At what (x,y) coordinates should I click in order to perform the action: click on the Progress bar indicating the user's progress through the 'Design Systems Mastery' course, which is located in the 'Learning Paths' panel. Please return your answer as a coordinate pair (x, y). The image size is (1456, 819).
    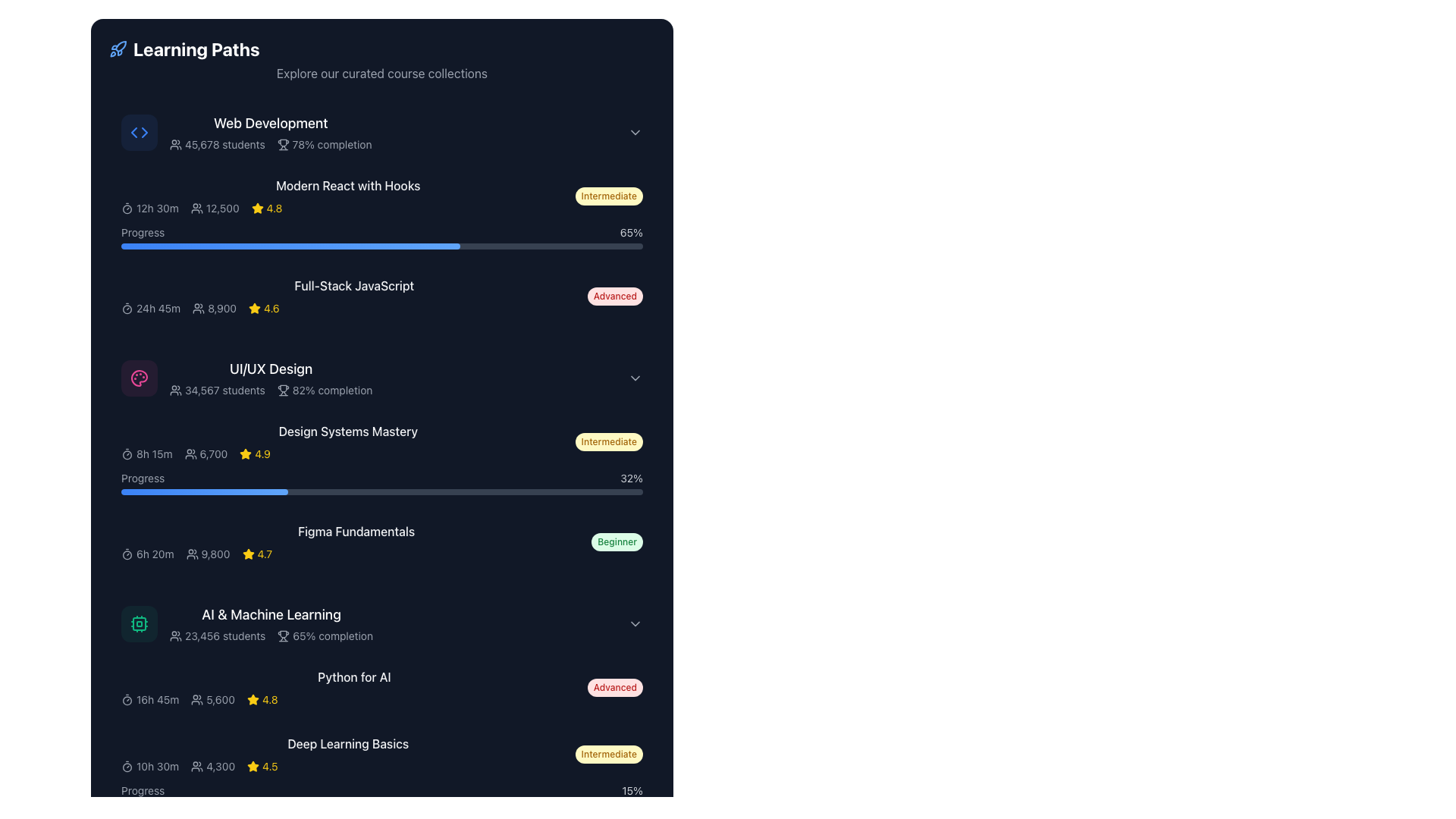
    Looking at the image, I should click on (382, 482).